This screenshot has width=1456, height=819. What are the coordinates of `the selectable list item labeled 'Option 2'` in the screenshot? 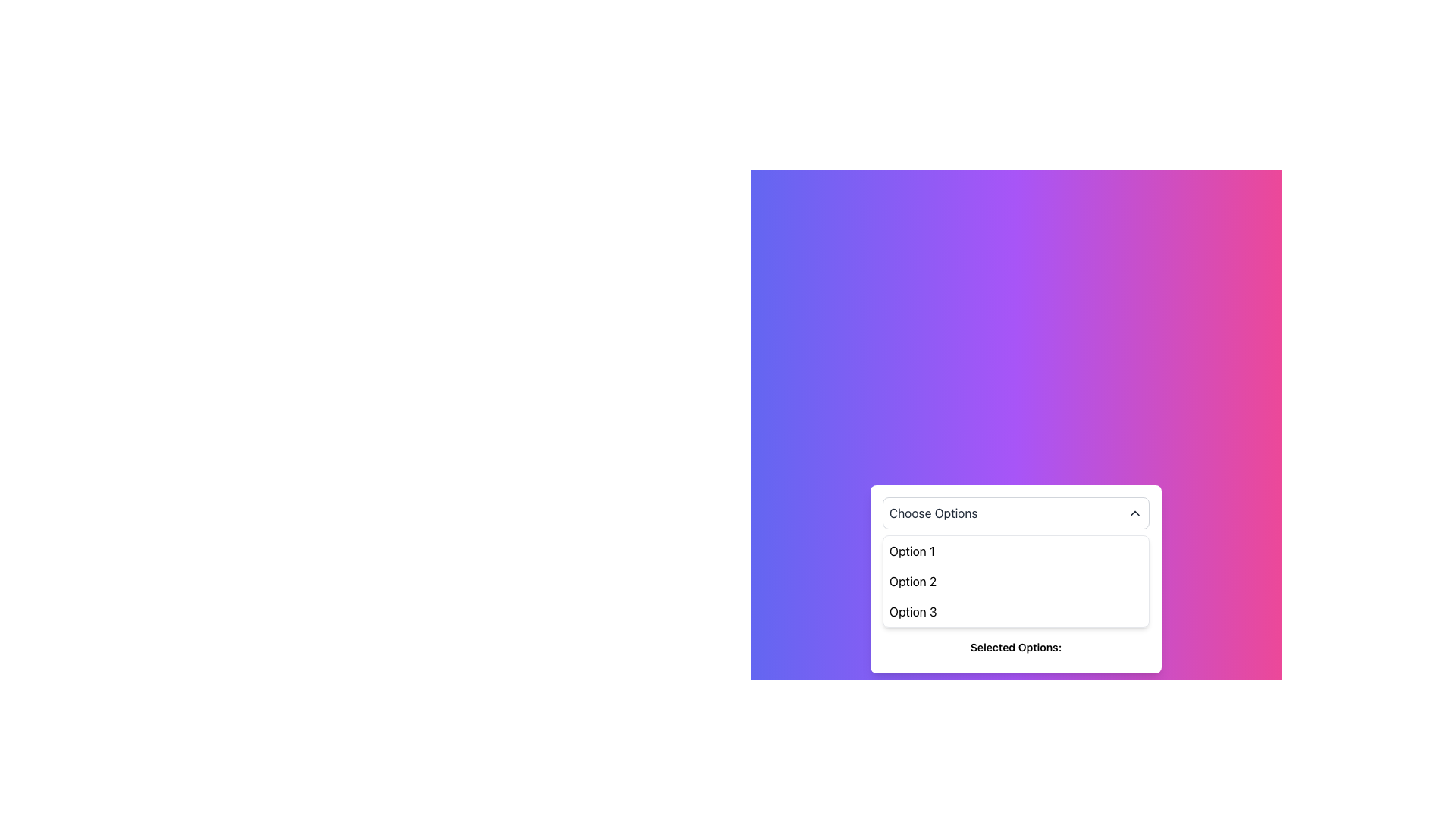 It's located at (1015, 581).